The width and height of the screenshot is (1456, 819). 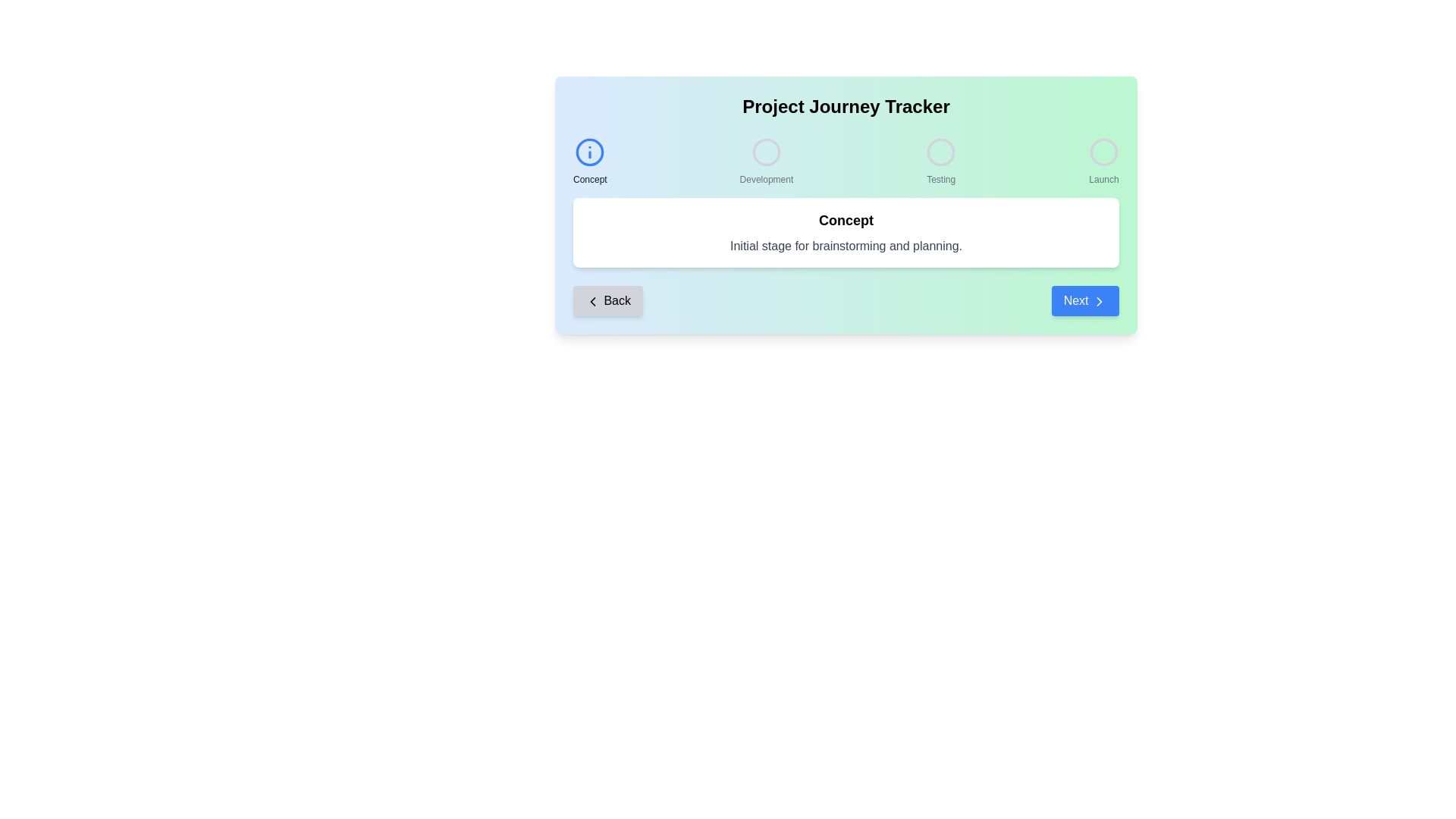 What do you see at coordinates (592, 301) in the screenshot?
I see `the left-pointing chevron arrow icon within the 'Back' button, which is styled with a stroke width of 2 and is located below the 'Project Journey Tracker' panel` at bounding box center [592, 301].